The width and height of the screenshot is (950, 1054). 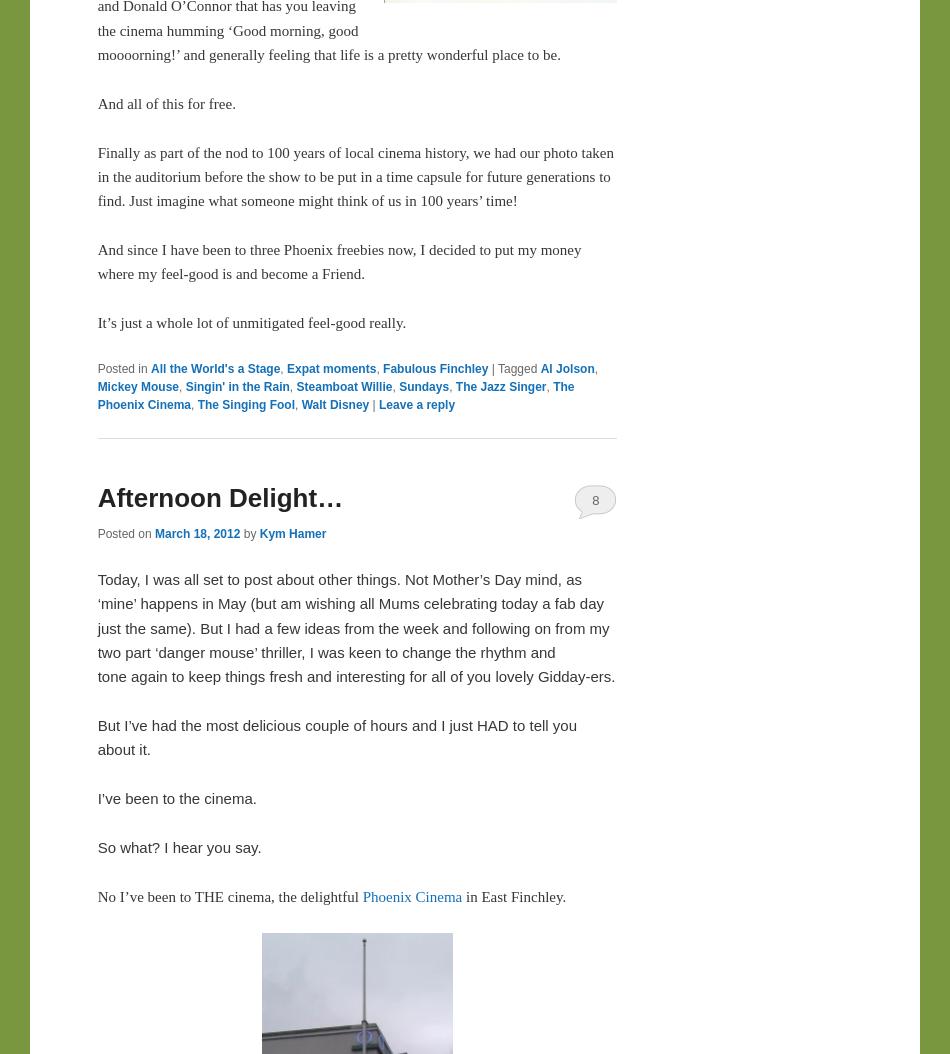 What do you see at coordinates (330, 367) in the screenshot?
I see `'Expat moments'` at bounding box center [330, 367].